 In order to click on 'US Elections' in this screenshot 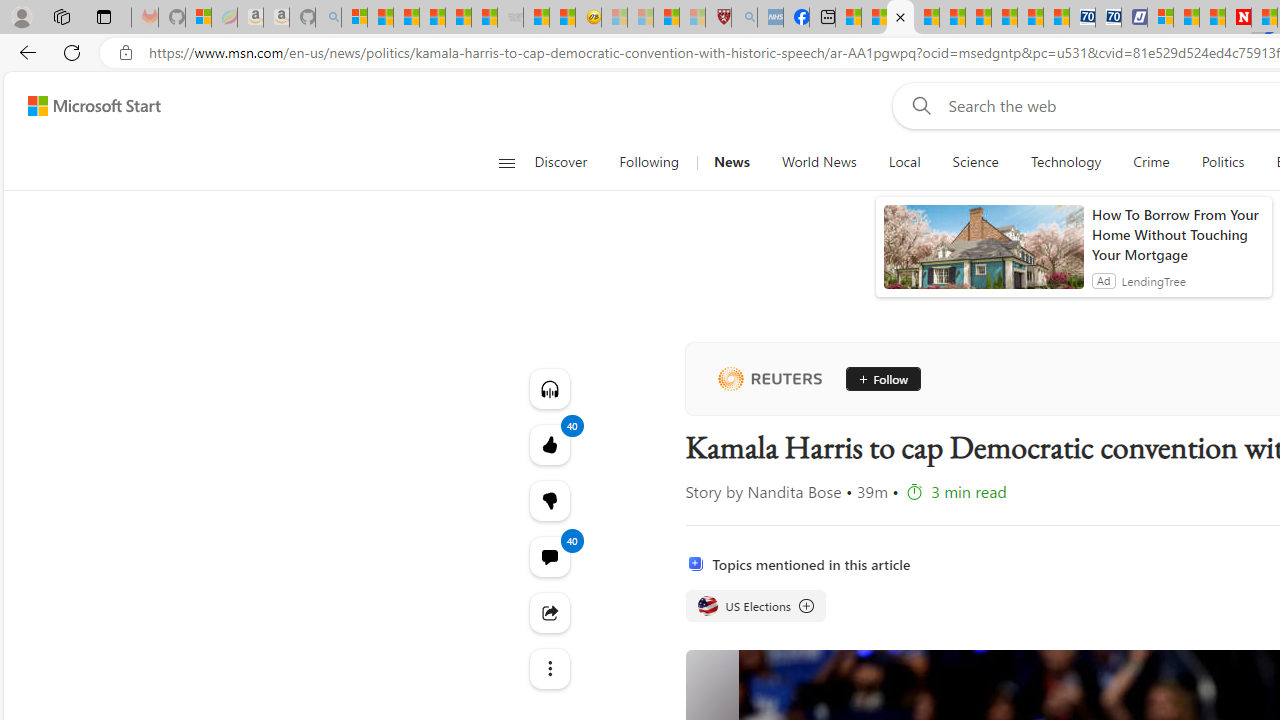, I will do `click(754, 604)`.